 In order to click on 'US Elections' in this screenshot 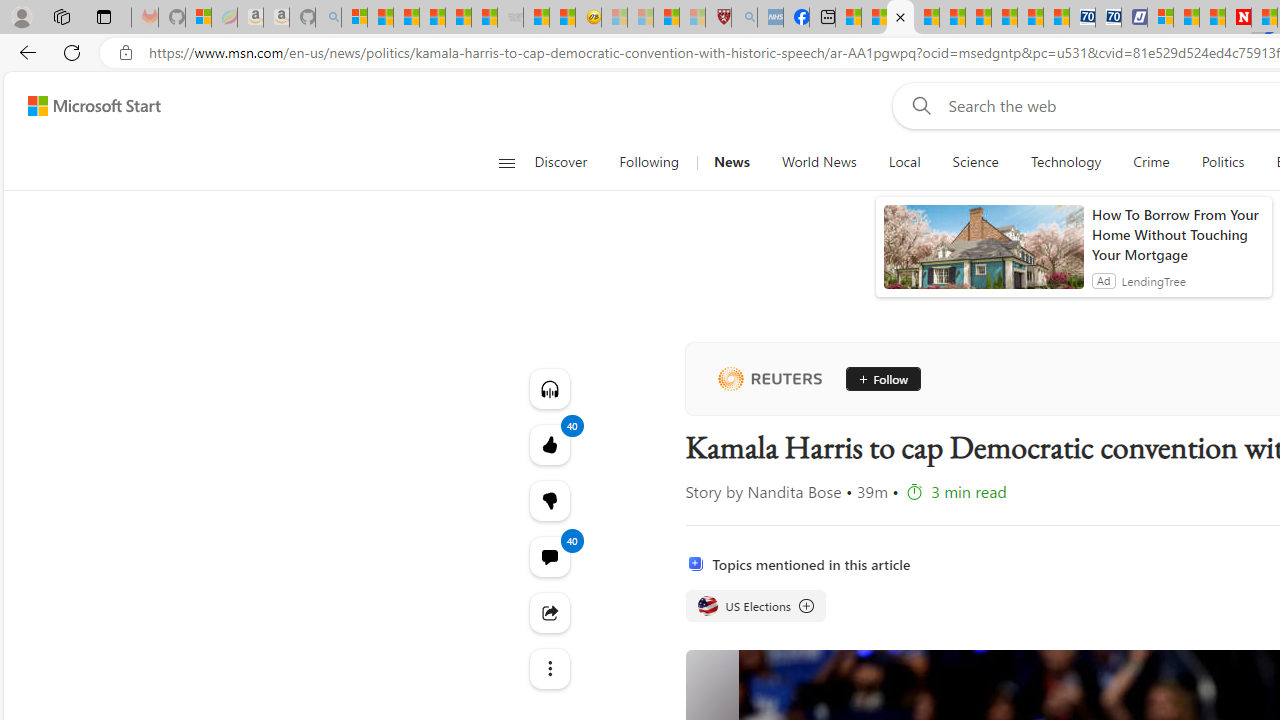, I will do `click(754, 604)`.